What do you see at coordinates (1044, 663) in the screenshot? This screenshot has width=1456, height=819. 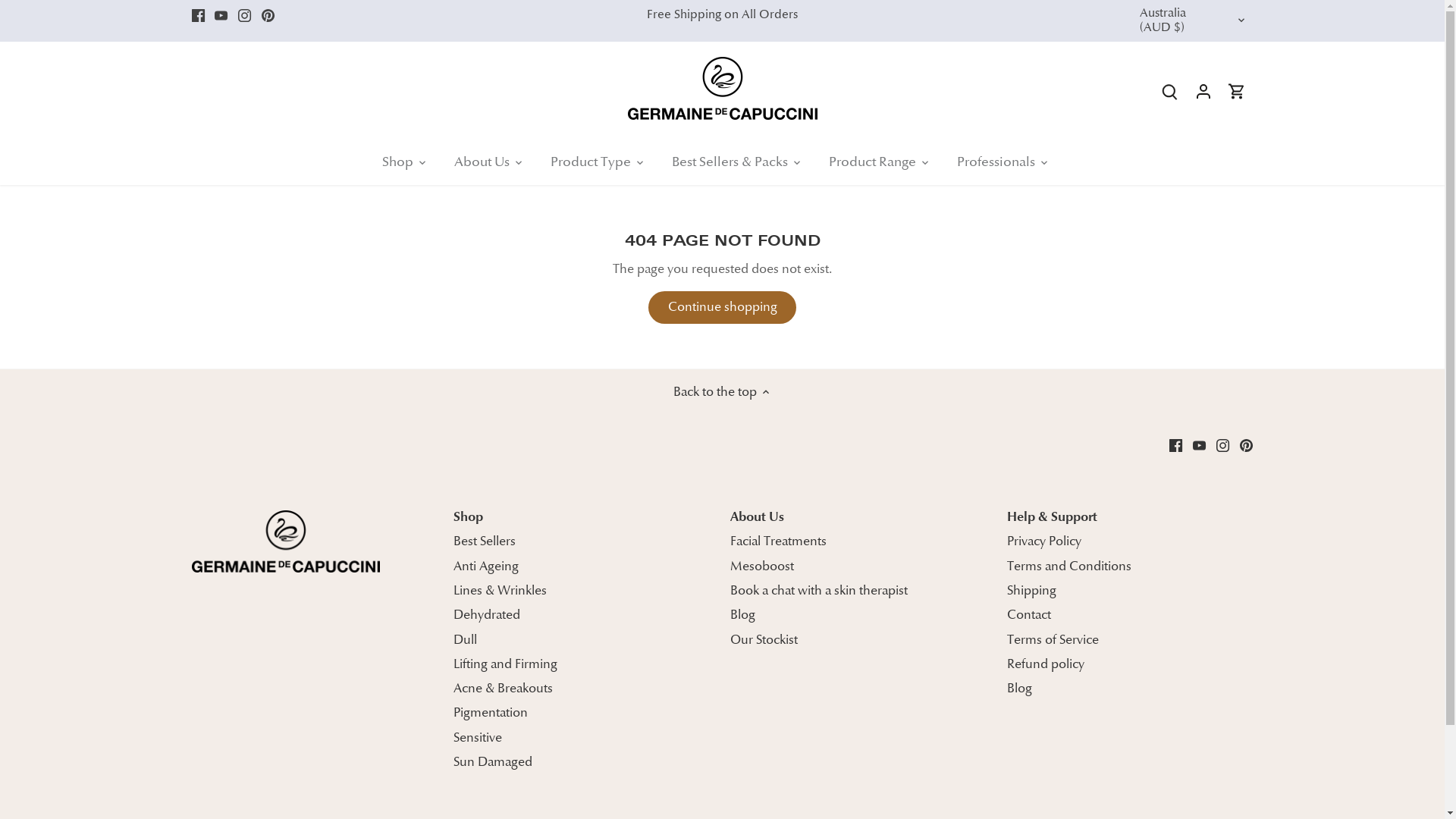 I see `'Refund policy'` at bounding box center [1044, 663].